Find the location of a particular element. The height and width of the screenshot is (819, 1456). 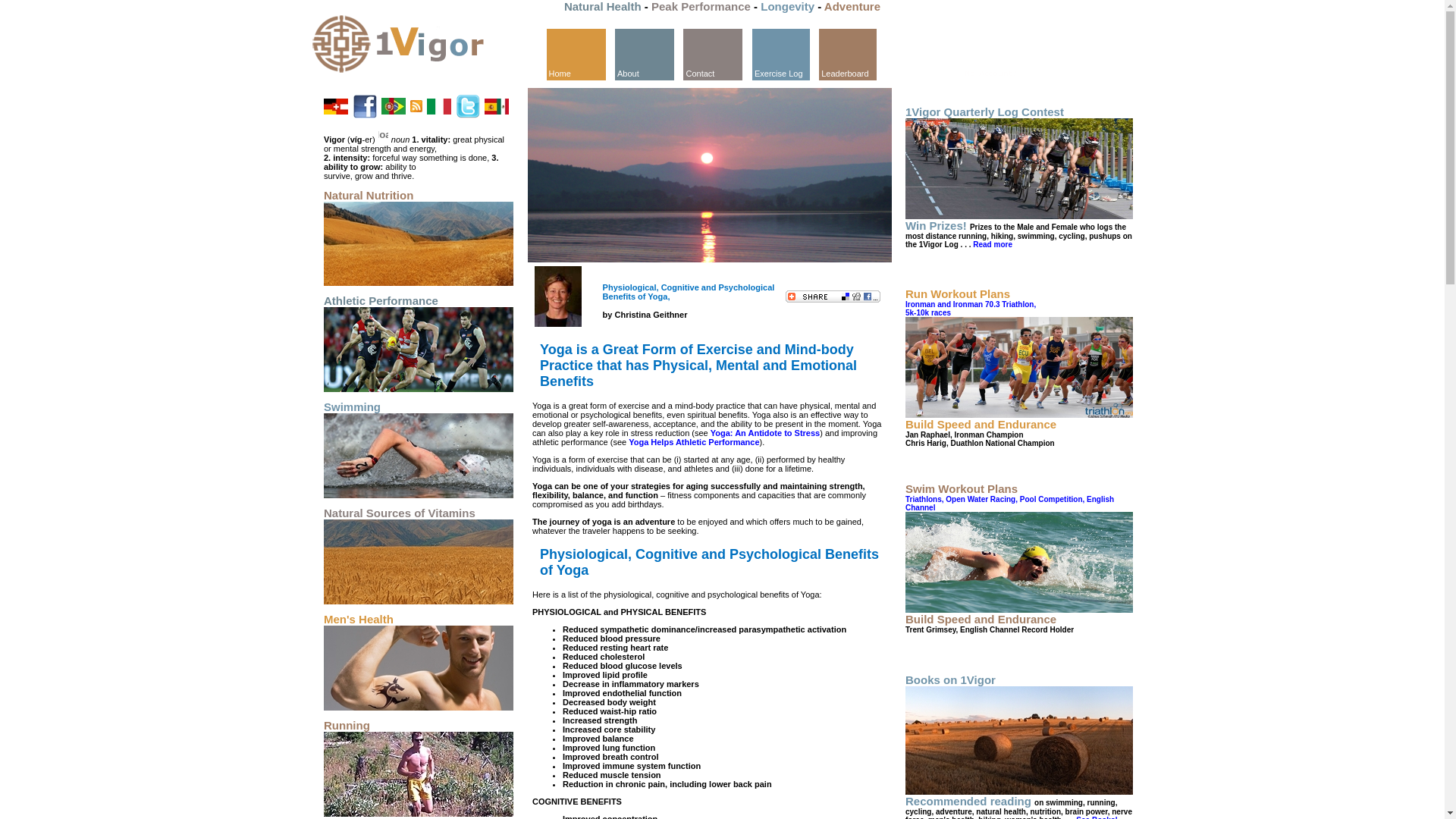

'Leaderboard' is located at coordinates (847, 54).